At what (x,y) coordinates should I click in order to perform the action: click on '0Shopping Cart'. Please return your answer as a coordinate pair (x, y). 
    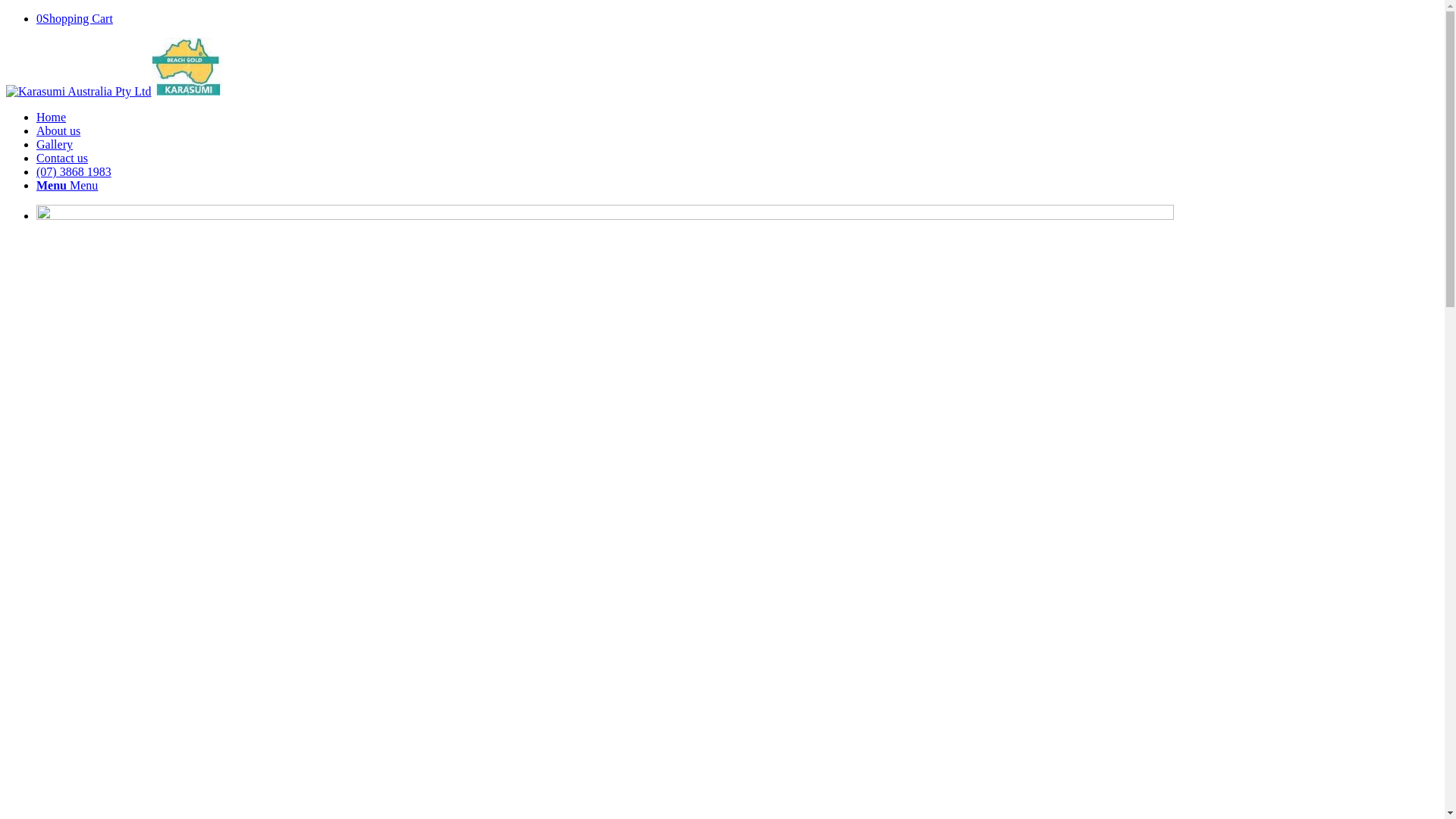
    Looking at the image, I should click on (74, 18).